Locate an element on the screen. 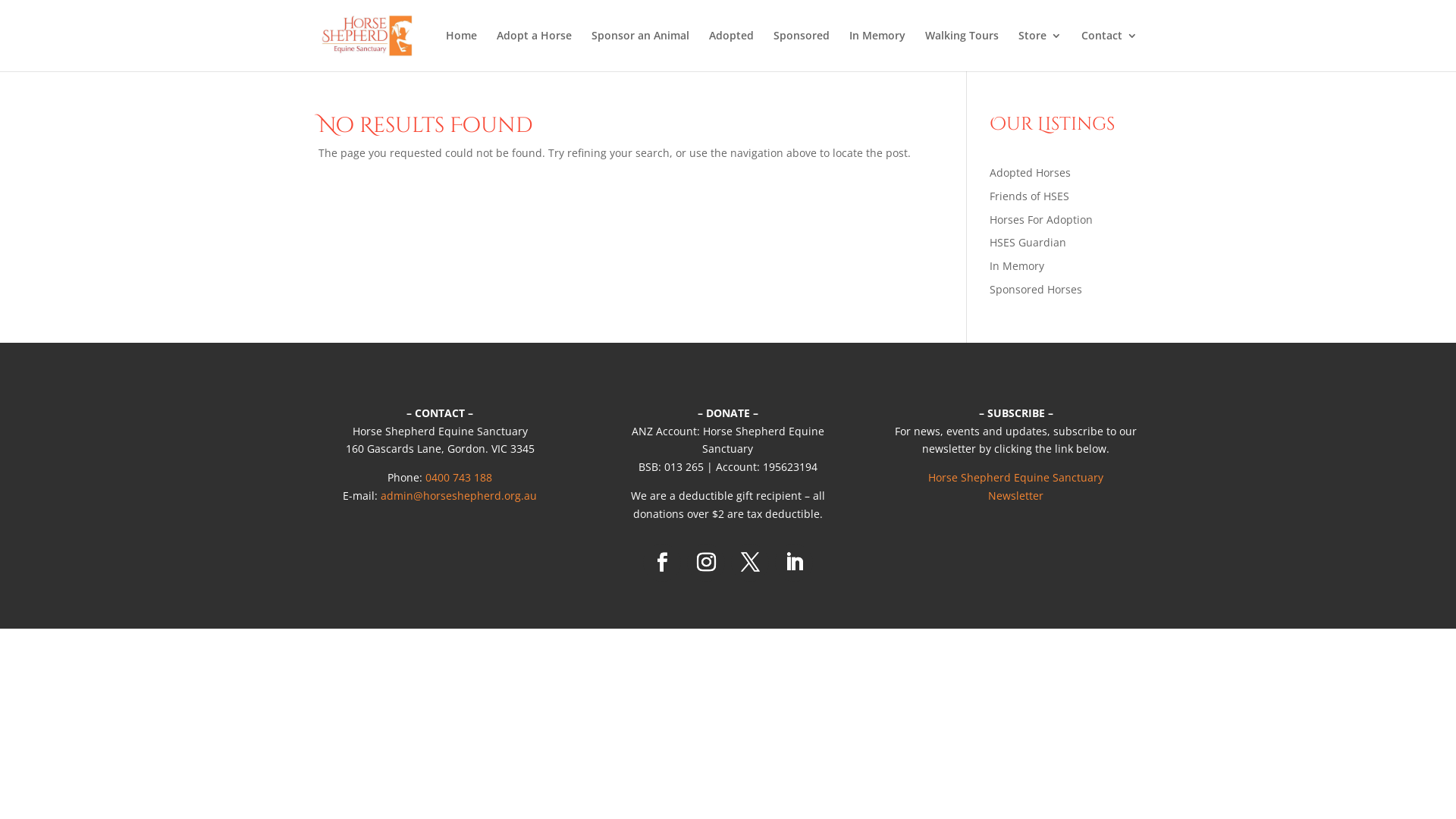 The image size is (1456, 819). 'Newsletter' is located at coordinates (1015, 495).